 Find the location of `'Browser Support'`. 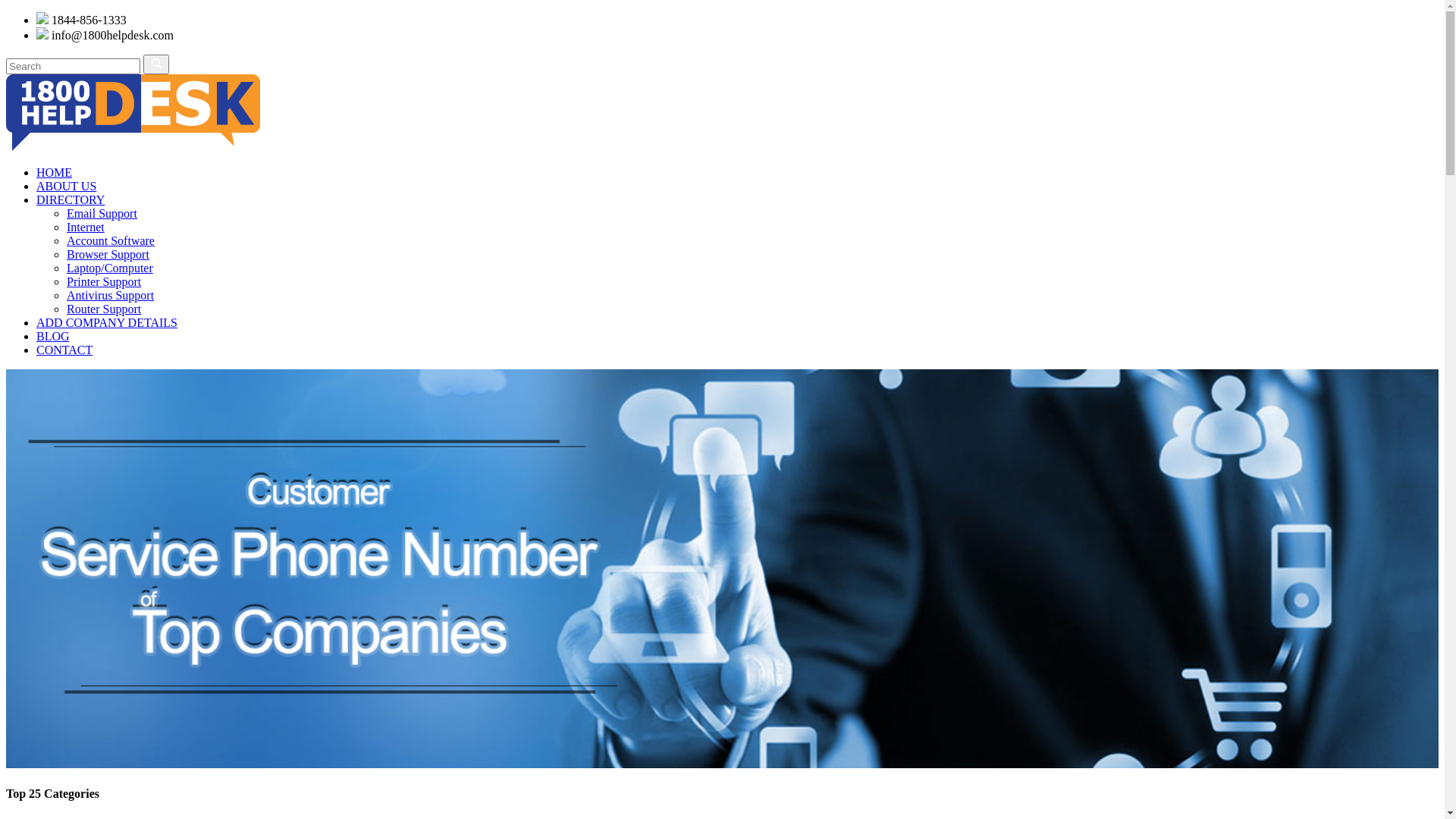

'Browser Support' is located at coordinates (107, 253).